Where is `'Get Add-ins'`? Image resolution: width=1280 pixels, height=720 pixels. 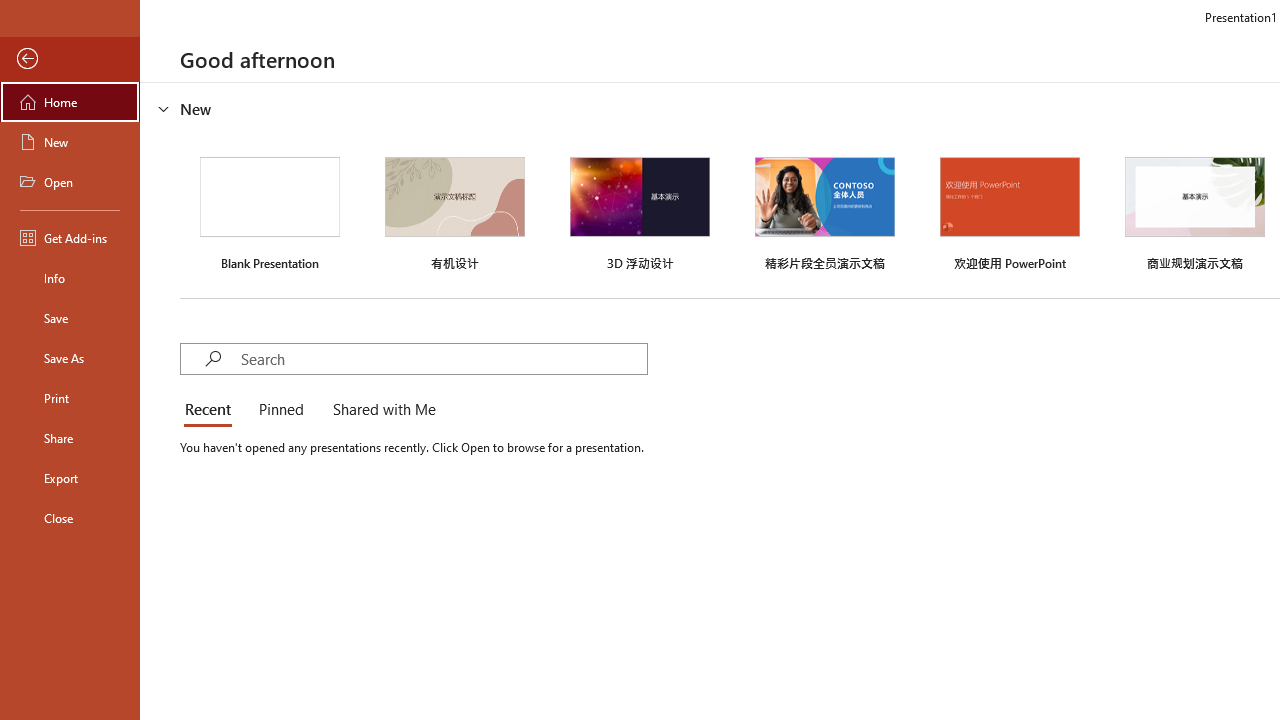
'Get Add-ins' is located at coordinates (69, 236).